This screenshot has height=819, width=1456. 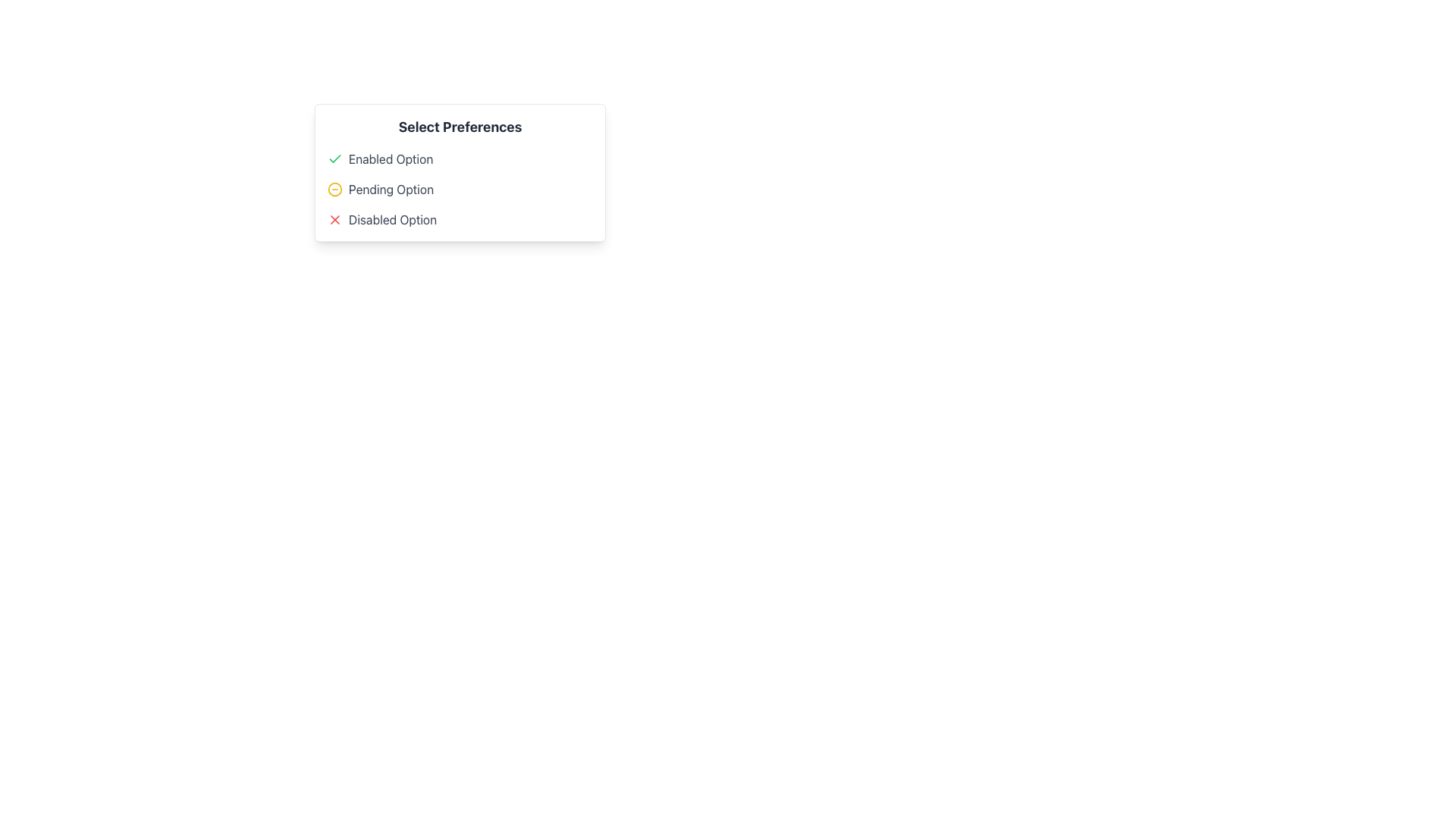 What do you see at coordinates (334, 158) in the screenshot?
I see `the green checkmark icon indicating a positive state located to the left of the 'Enabled Option' label in the preference selection panel` at bounding box center [334, 158].